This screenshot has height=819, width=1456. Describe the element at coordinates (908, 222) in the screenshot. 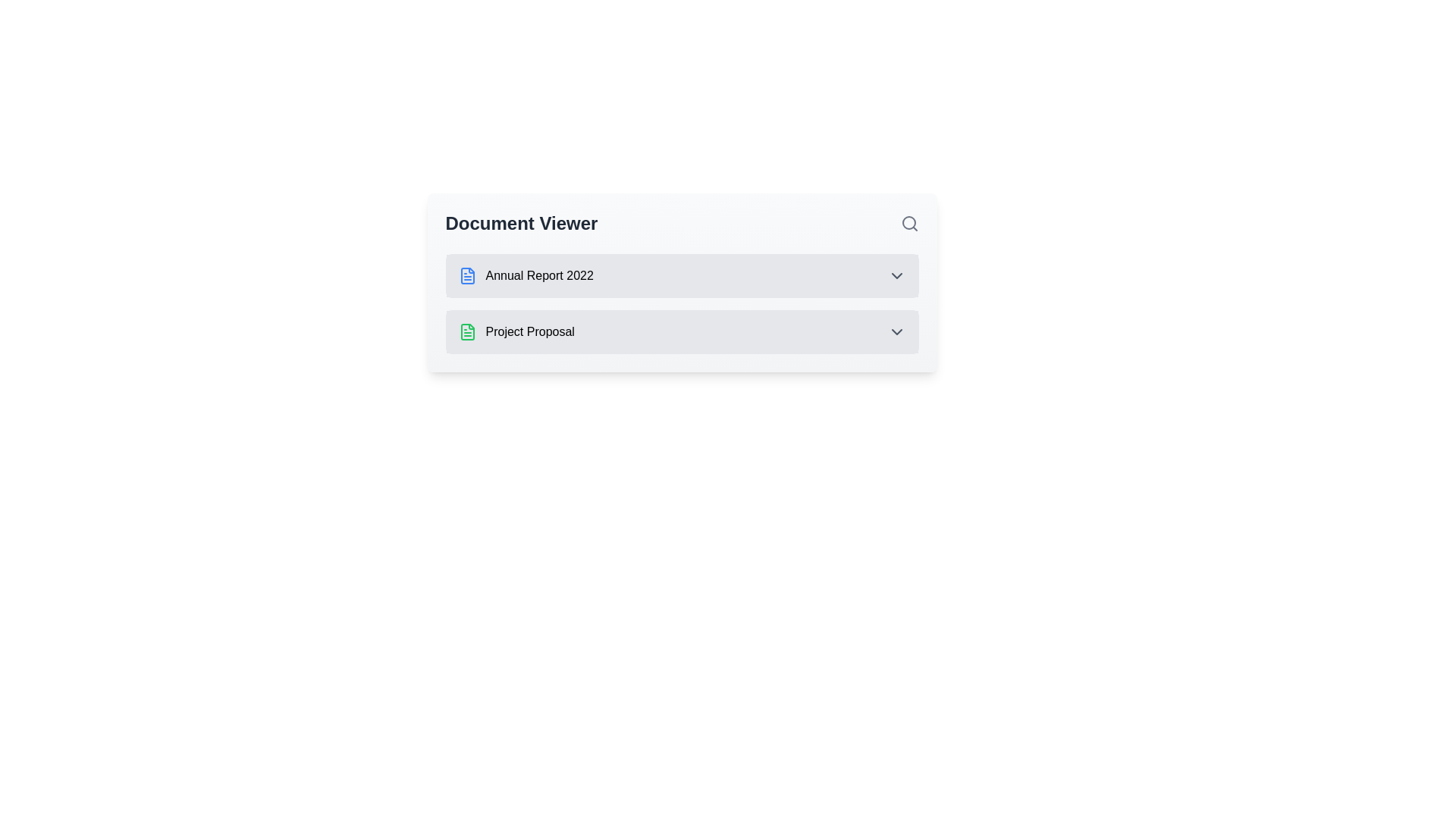

I see `the circular part of the magnifying glass icon located in the top-right corner of the 'Document Viewer' card` at that location.